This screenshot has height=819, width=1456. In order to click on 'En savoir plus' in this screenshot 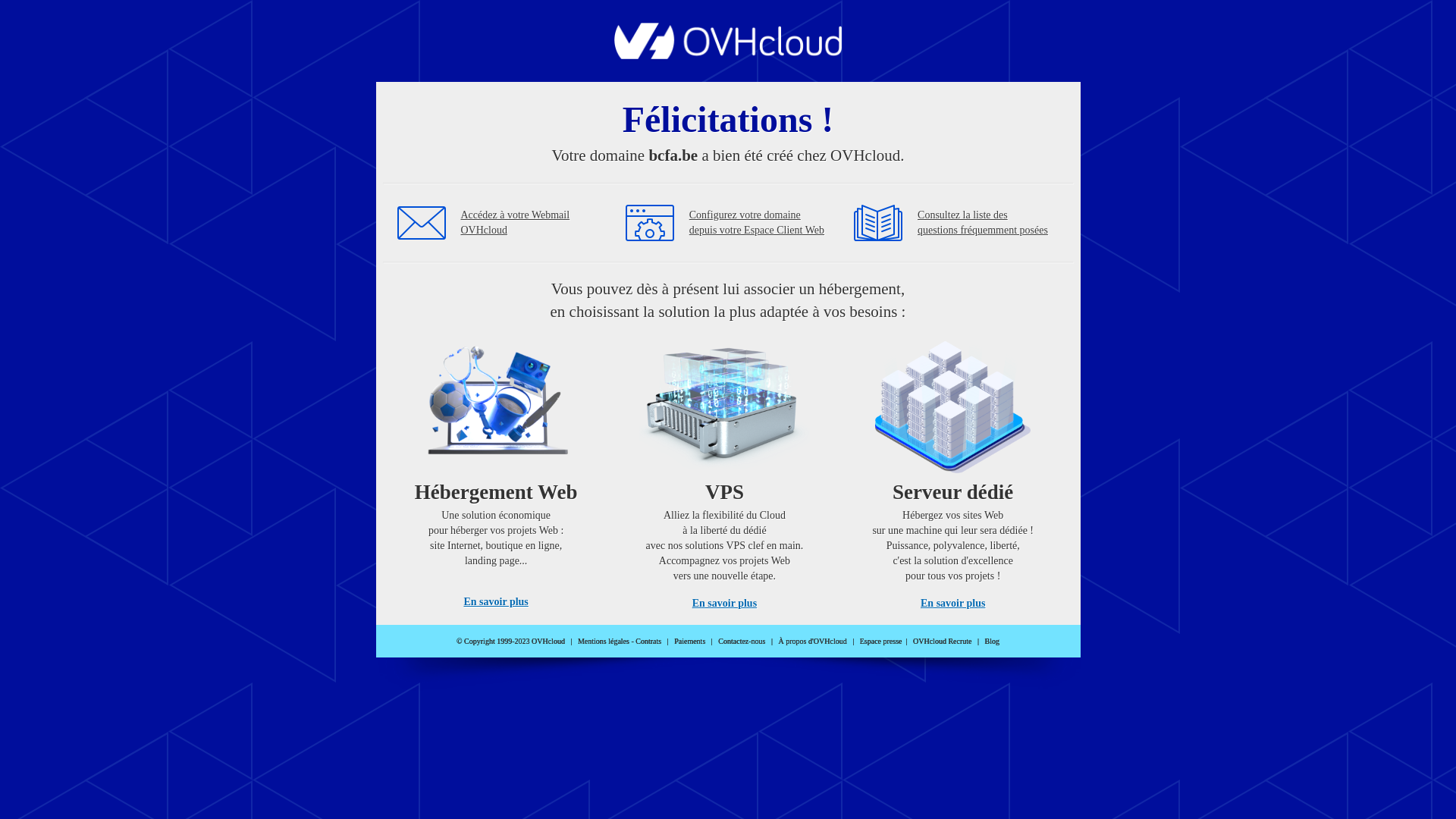, I will do `click(723, 602)`.